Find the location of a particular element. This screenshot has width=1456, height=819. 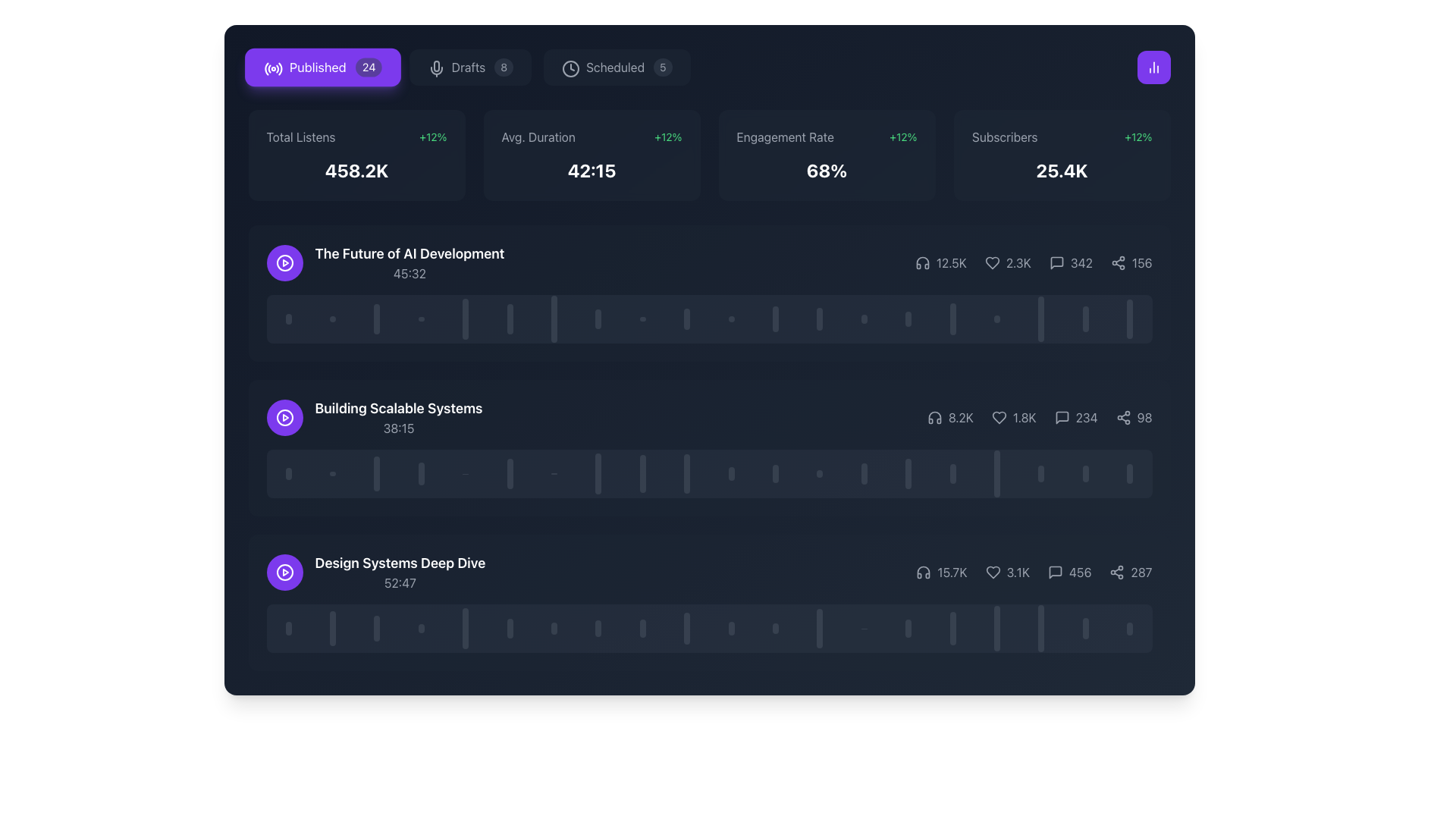

the sharing icon located to the right of the comment and like icons is located at coordinates (1118, 262).